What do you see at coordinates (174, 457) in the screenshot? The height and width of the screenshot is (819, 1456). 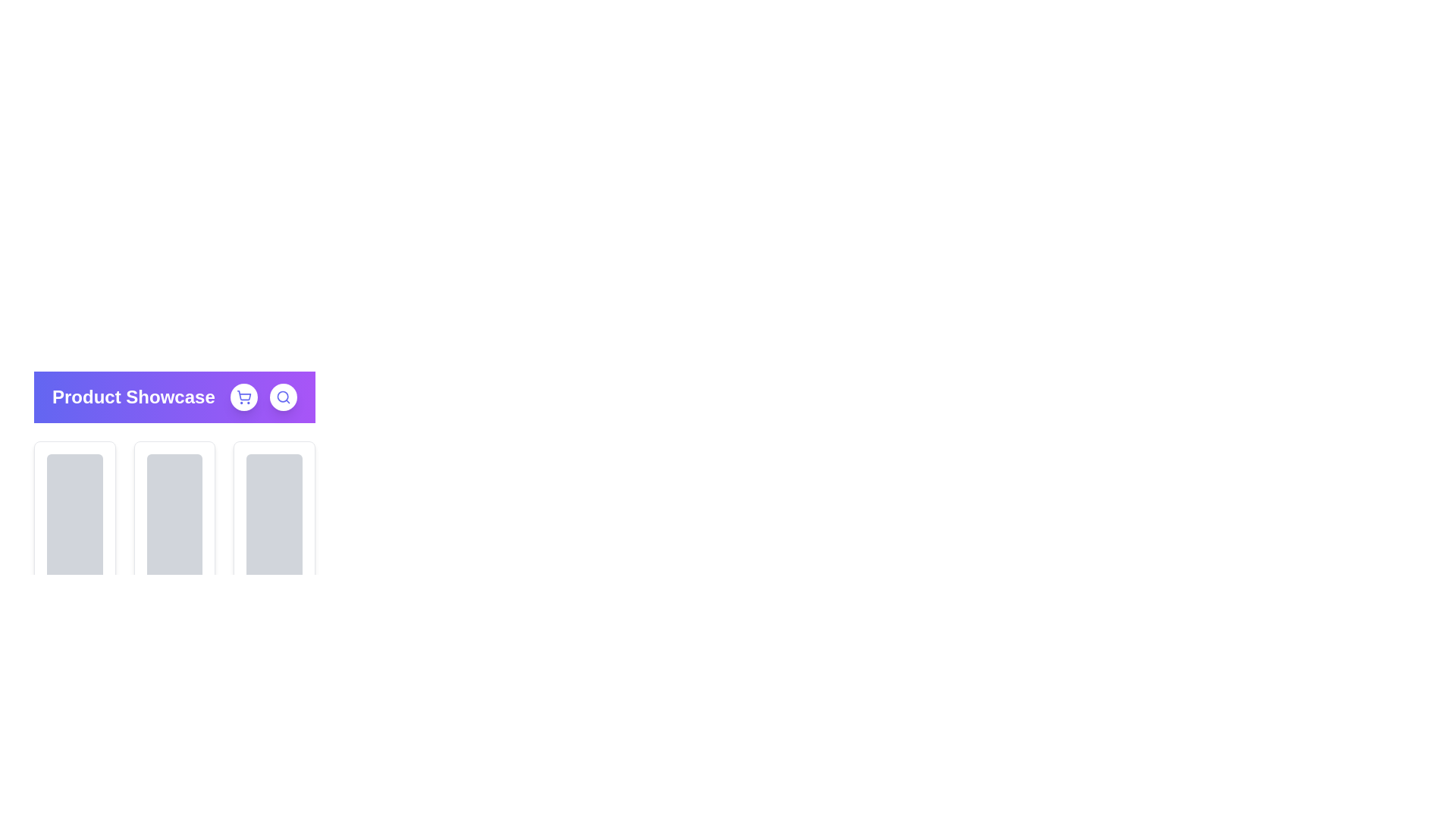 I see `the Product Card element, which is the second card in a row of three, featuring a light gray placeholder and rounded corners` at bounding box center [174, 457].